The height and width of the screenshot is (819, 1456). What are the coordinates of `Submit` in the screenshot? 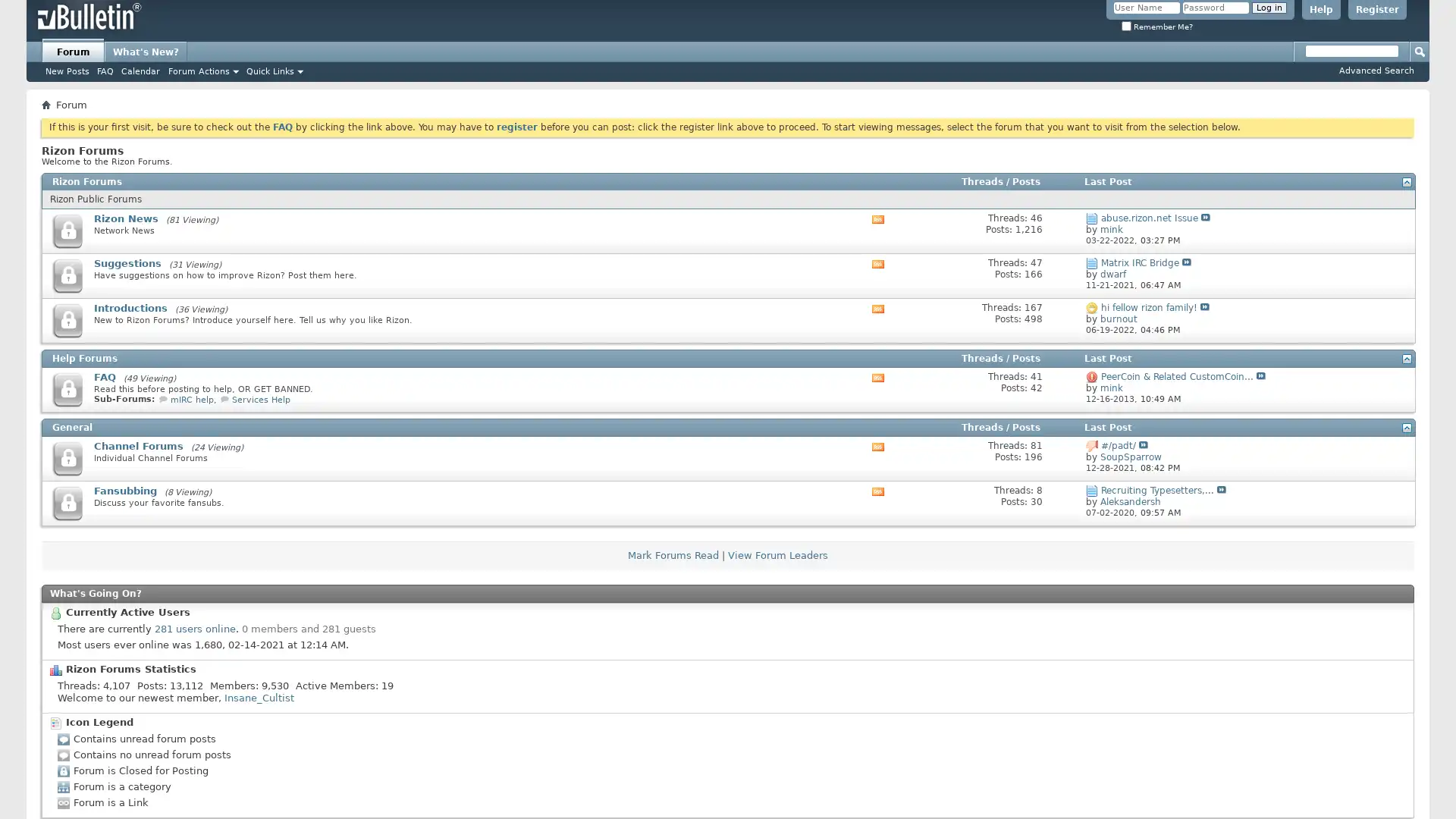 It's located at (1419, 49).